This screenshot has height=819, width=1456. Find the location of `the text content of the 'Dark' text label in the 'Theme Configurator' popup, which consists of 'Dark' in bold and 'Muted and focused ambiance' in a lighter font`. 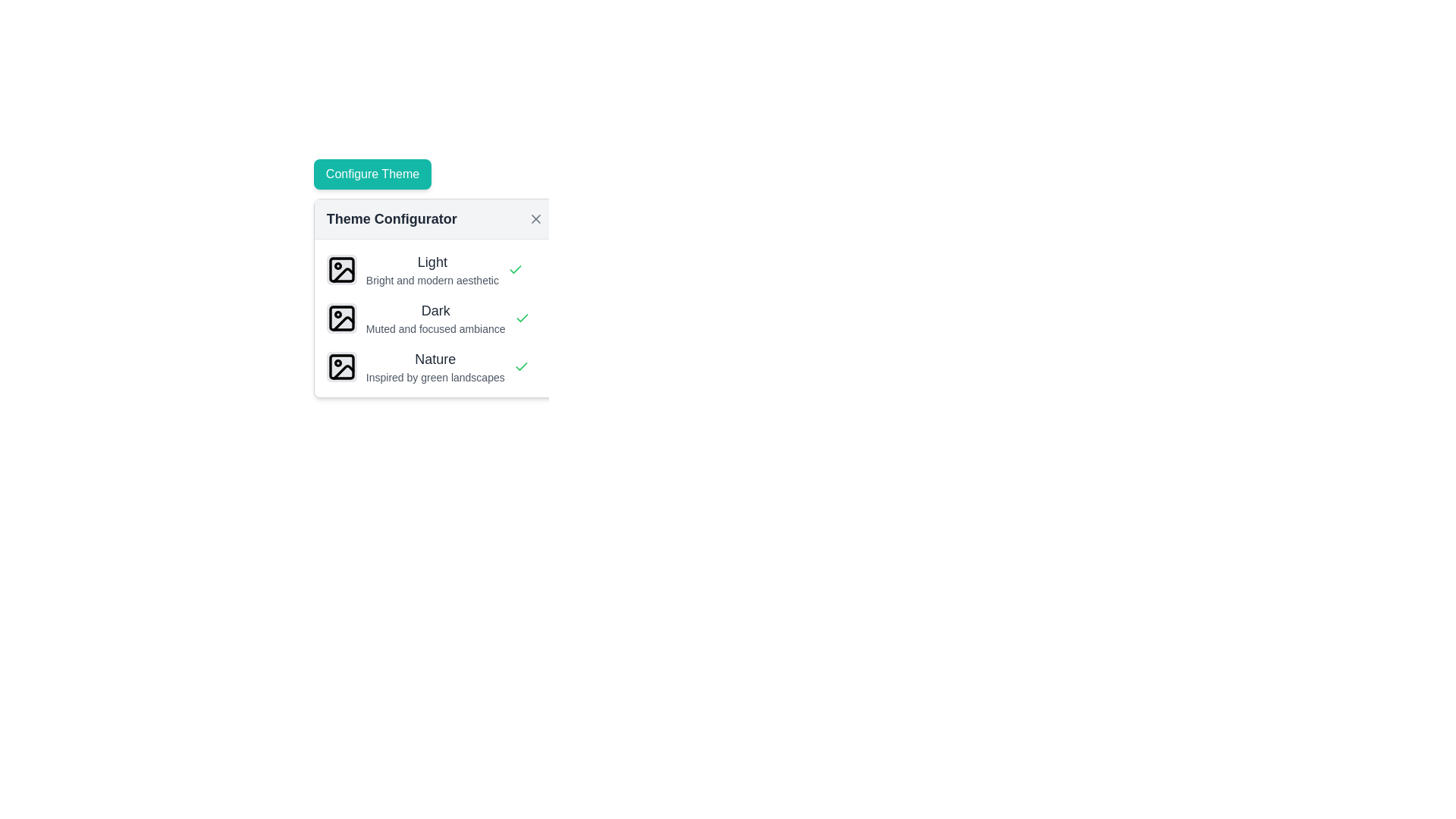

the text content of the 'Dark' text label in the 'Theme Configurator' popup, which consists of 'Dark' in bold and 'Muted and focused ambiance' in a lighter font is located at coordinates (435, 318).